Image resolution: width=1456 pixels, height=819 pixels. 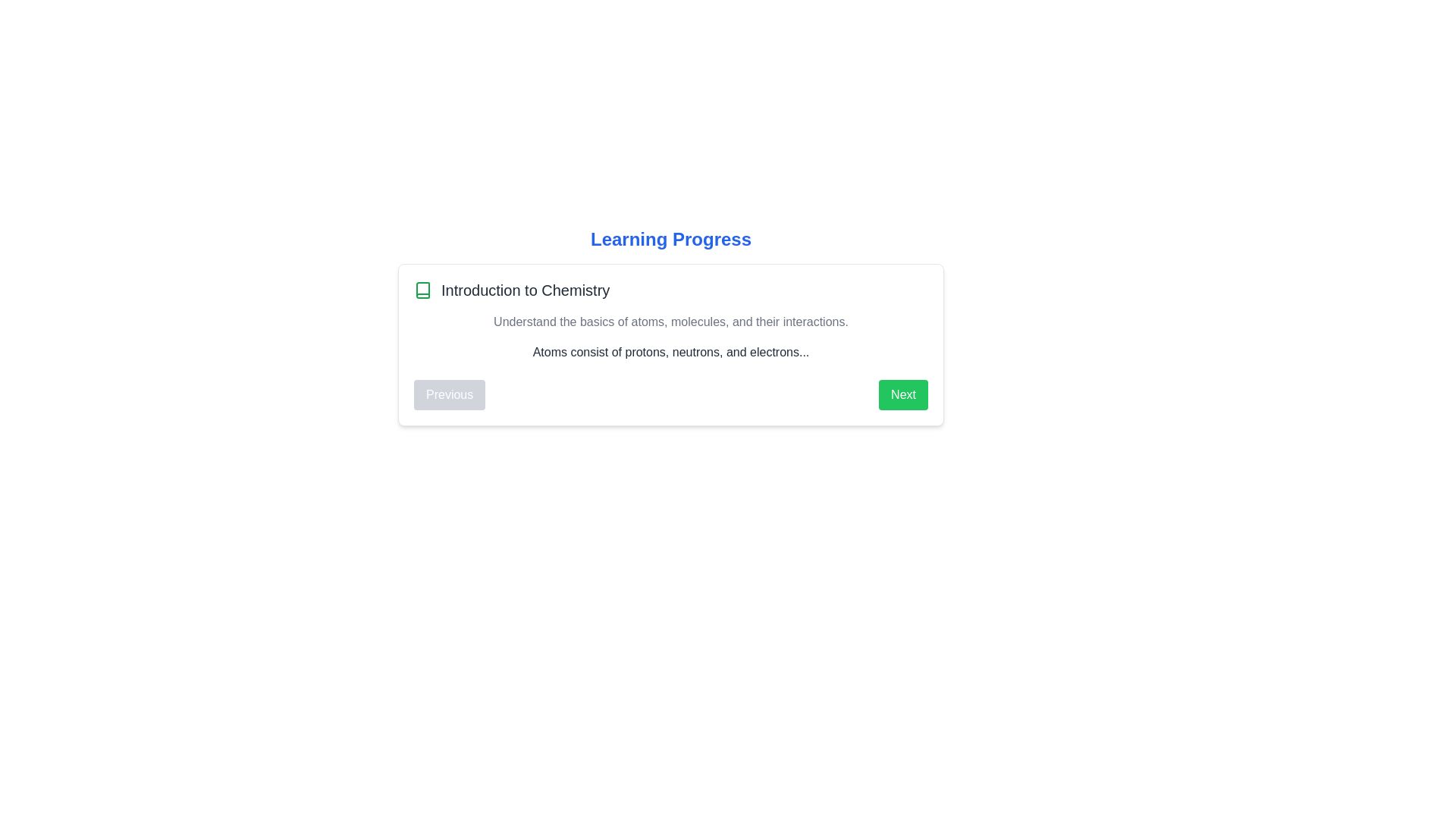 What do you see at coordinates (670, 353) in the screenshot?
I see `text displayed in the Text display that describes the composition of atoms, located below the introductory description and above the navigation buttons` at bounding box center [670, 353].